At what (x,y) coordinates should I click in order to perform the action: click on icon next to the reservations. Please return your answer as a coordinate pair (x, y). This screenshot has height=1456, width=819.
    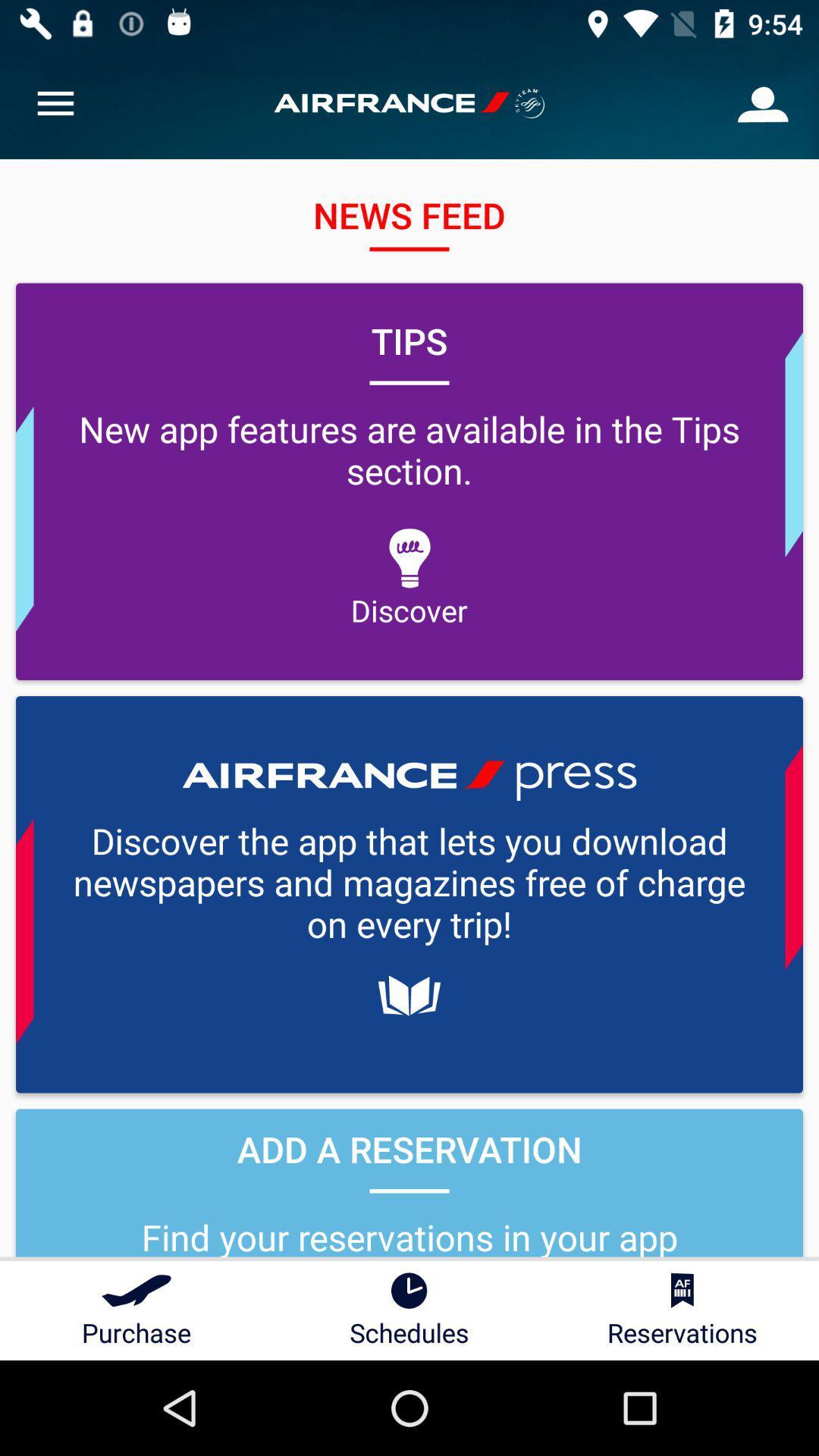
    Looking at the image, I should click on (409, 1310).